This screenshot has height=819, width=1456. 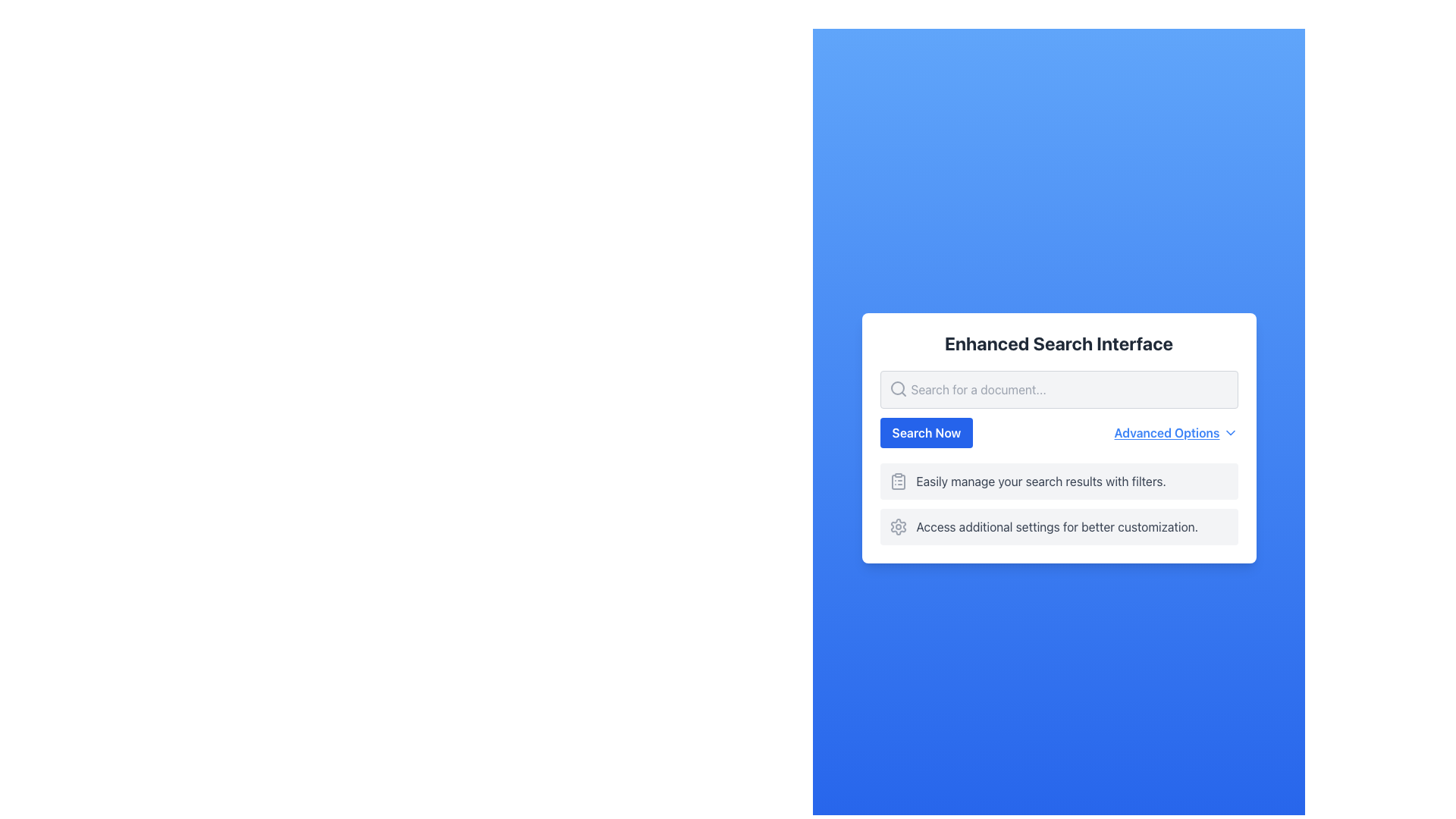 What do you see at coordinates (1056, 526) in the screenshot?
I see `the text label reading 'Access additional settings for better customization.' which is located at the center bottom of the interface within a light gray box` at bounding box center [1056, 526].